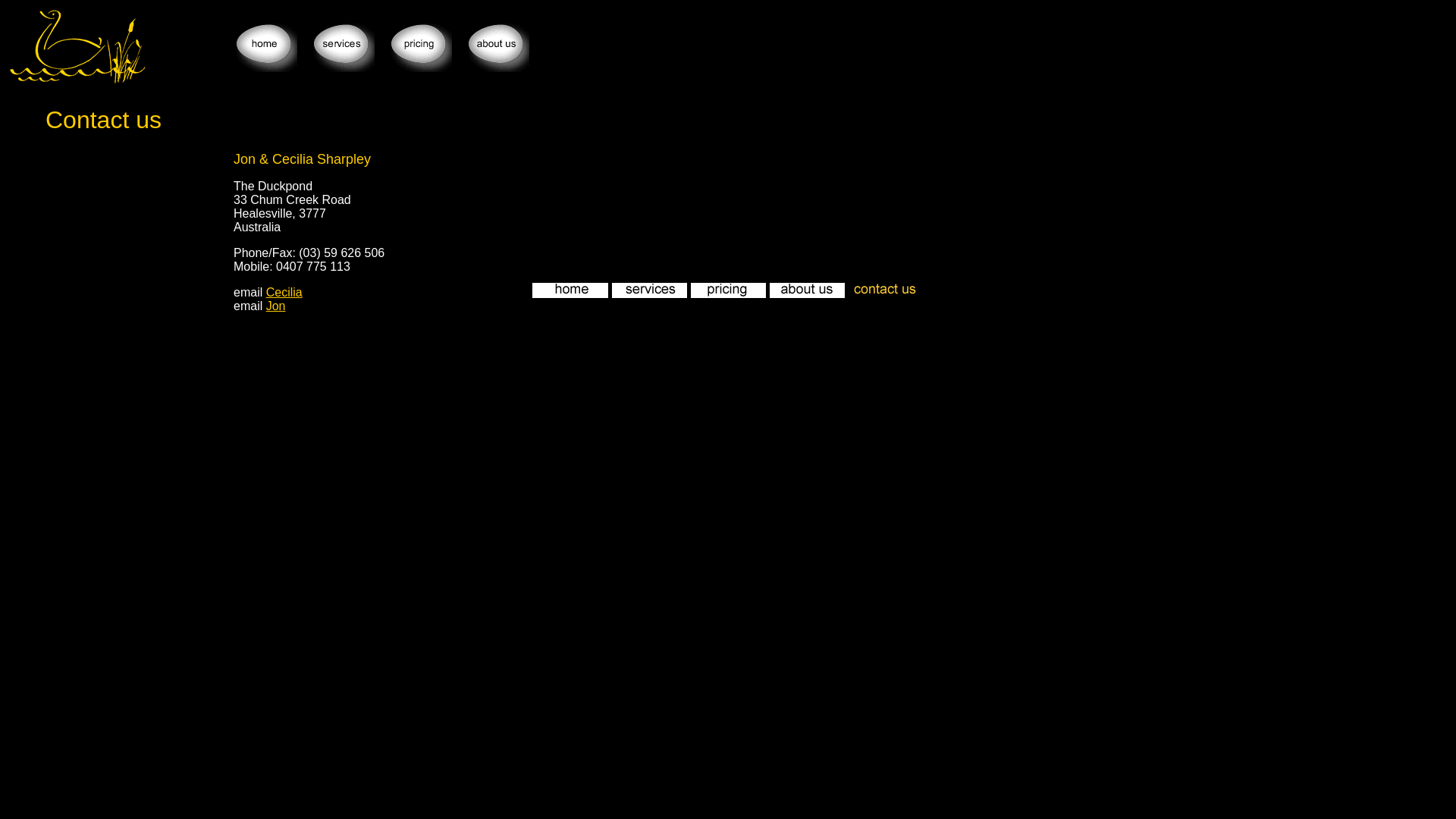 Image resolution: width=1456 pixels, height=819 pixels. What do you see at coordinates (265, 306) in the screenshot?
I see `'Jon'` at bounding box center [265, 306].